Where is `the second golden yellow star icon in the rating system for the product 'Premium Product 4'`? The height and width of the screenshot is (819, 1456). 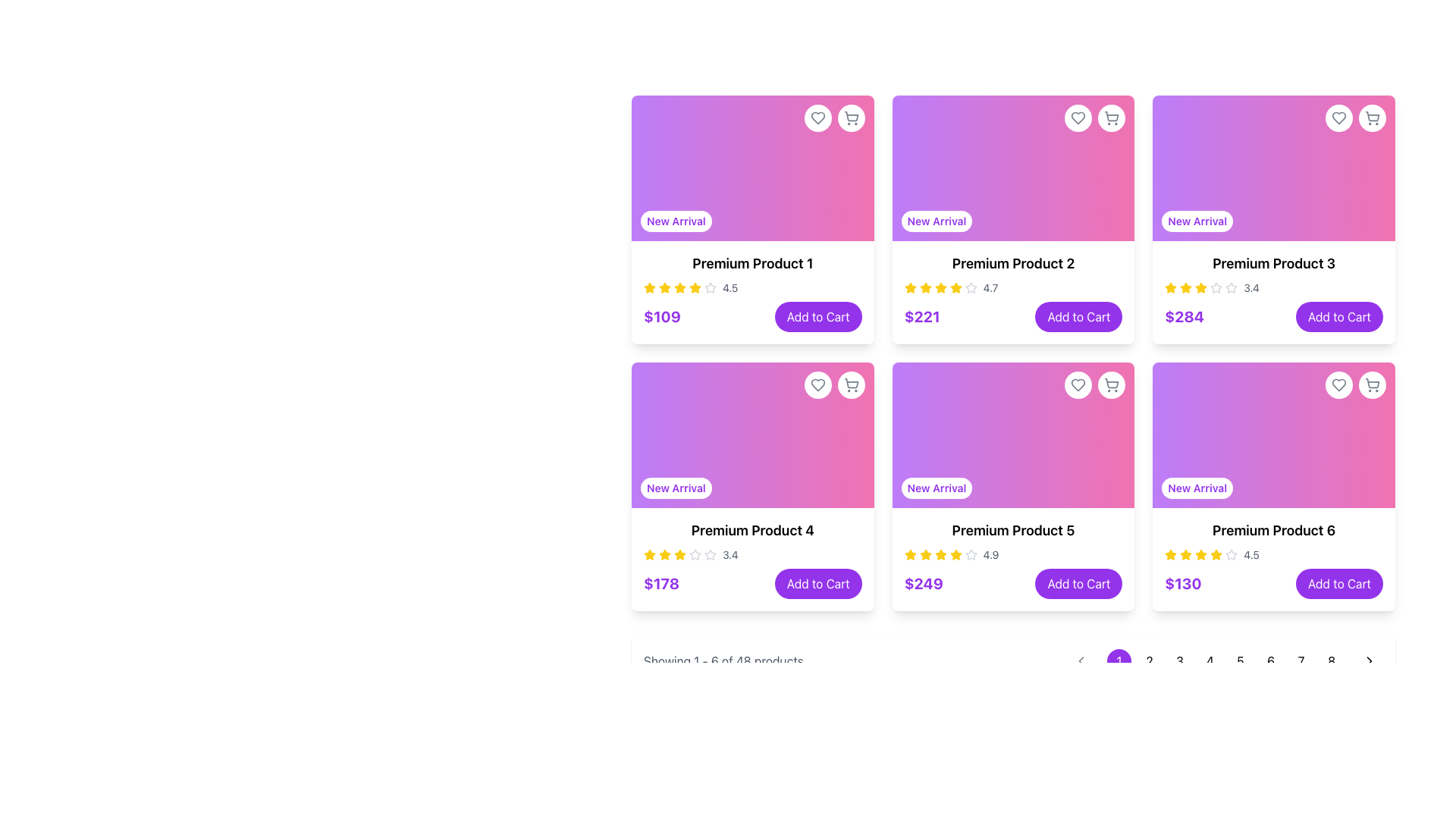 the second golden yellow star icon in the rating system for the product 'Premium Product 4' is located at coordinates (679, 554).